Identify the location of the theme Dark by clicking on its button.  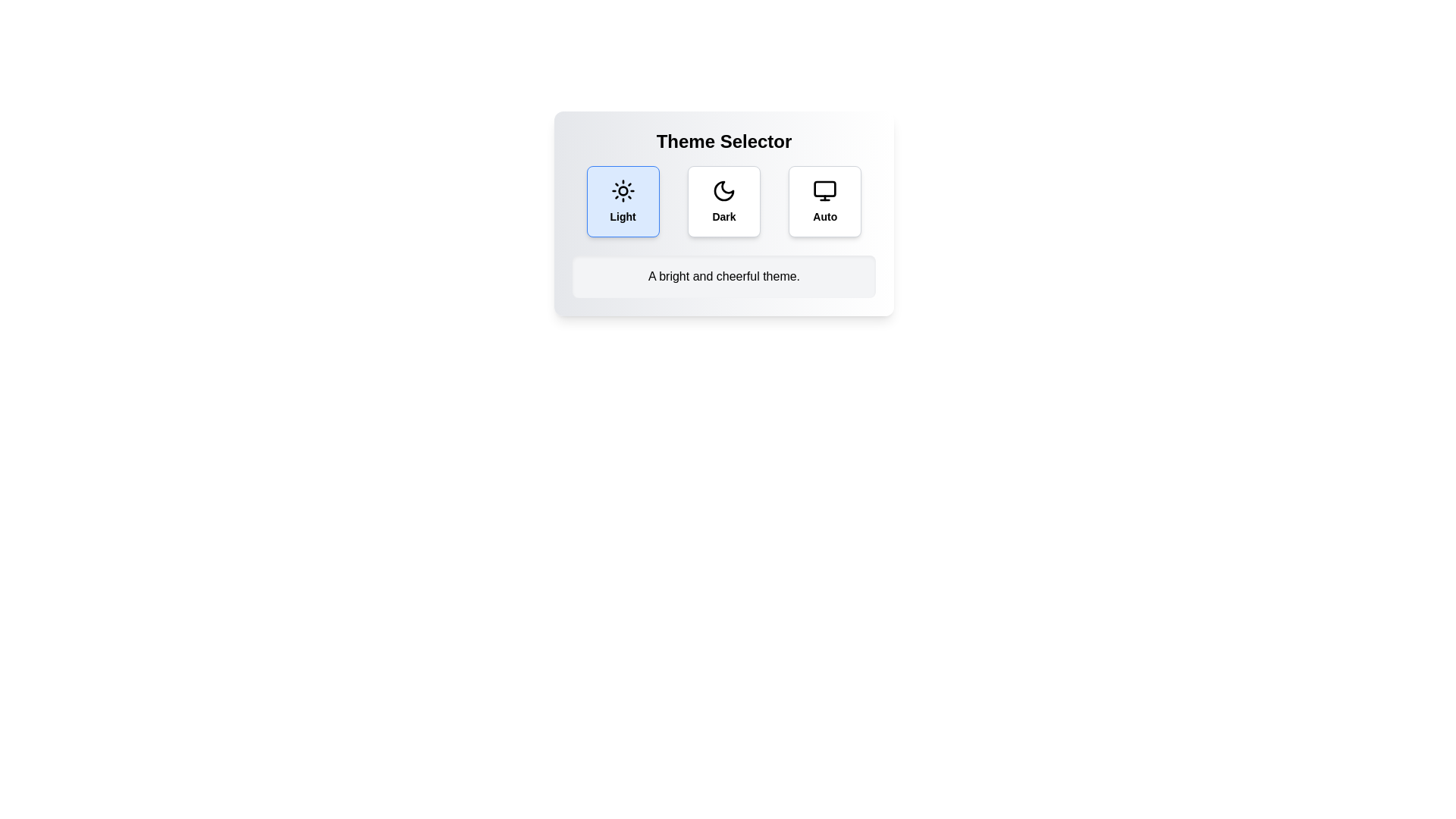
(723, 201).